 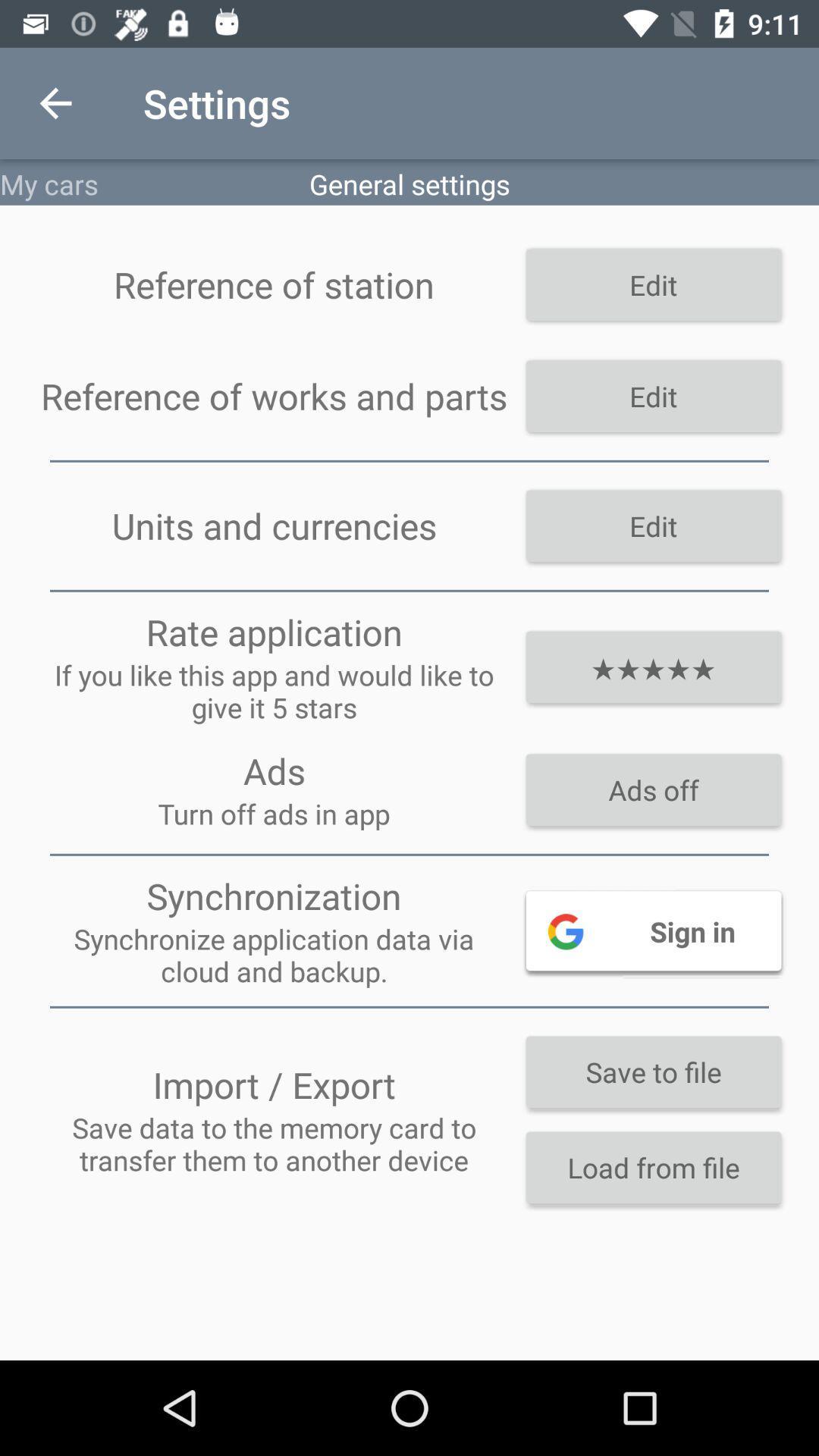 What do you see at coordinates (652, 930) in the screenshot?
I see `sign in` at bounding box center [652, 930].